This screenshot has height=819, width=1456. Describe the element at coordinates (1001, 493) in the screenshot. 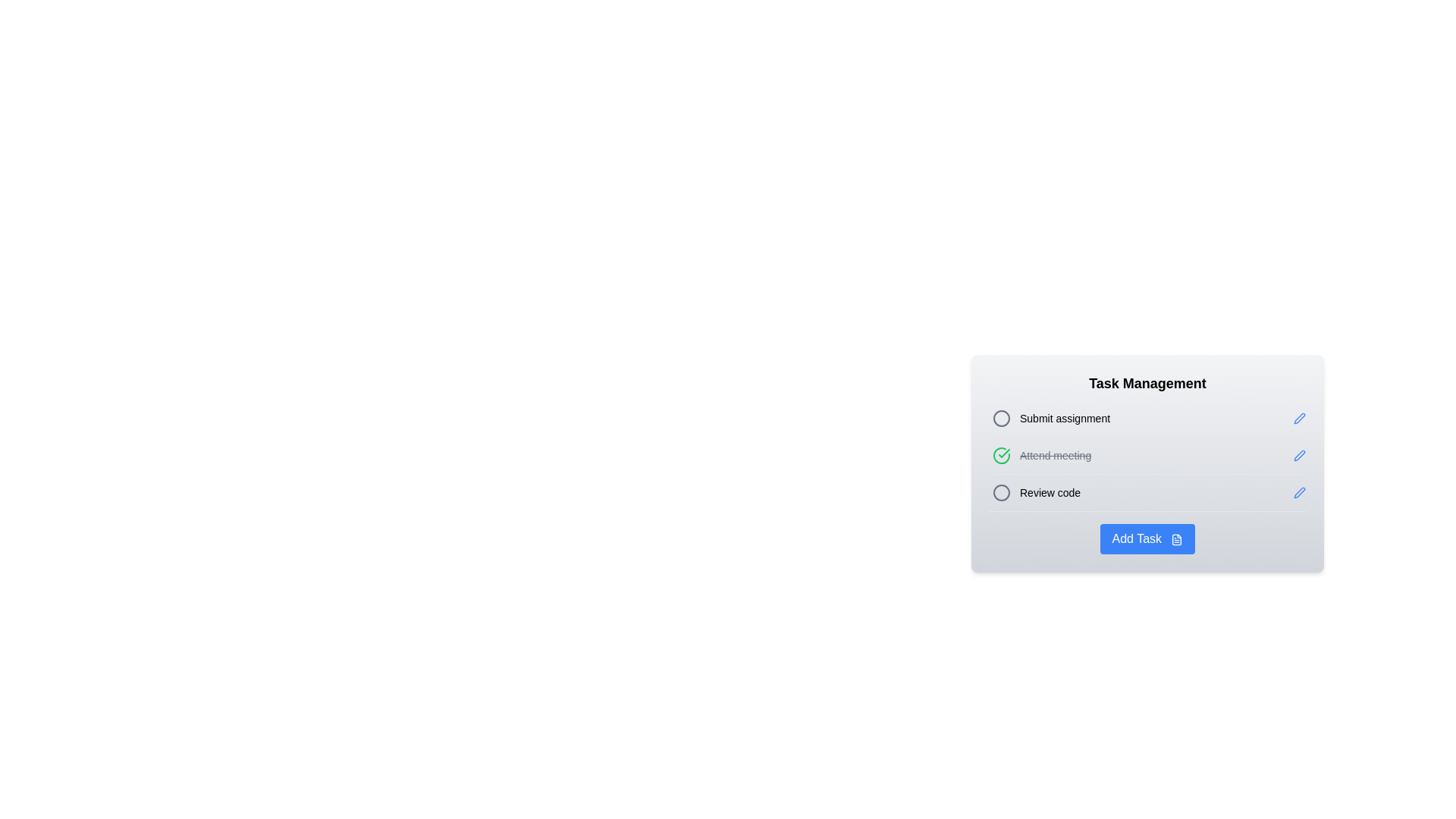

I see `the selection indicator of the Interactive SVG graphic located` at that location.